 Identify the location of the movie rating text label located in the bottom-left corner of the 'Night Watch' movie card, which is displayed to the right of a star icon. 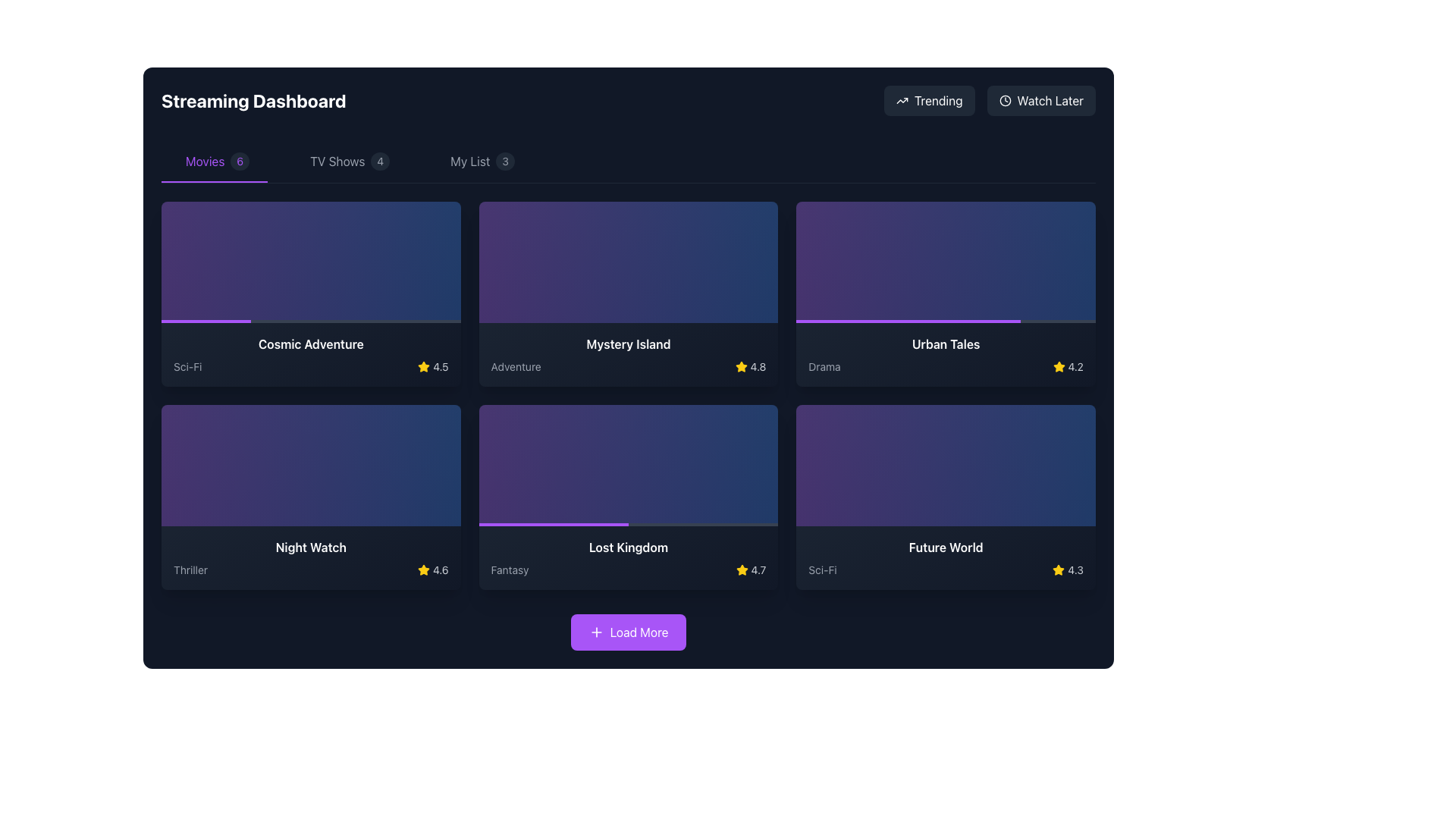
(440, 570).